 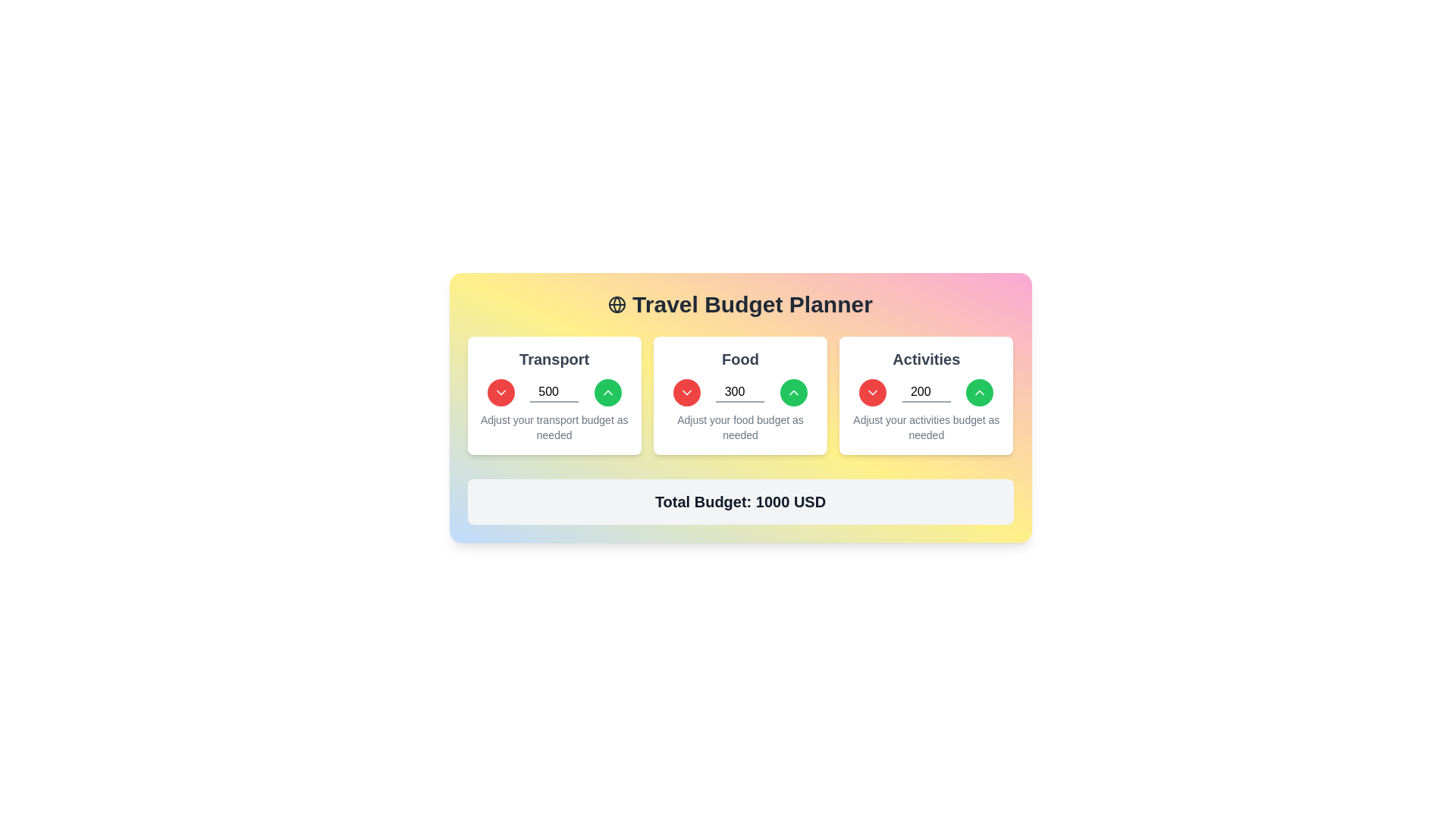 I want to click on the Static Text Label displaying 'Transport' at the top of the leftmost card under 'Travel Budget Planner', so click(x=554, y=359).